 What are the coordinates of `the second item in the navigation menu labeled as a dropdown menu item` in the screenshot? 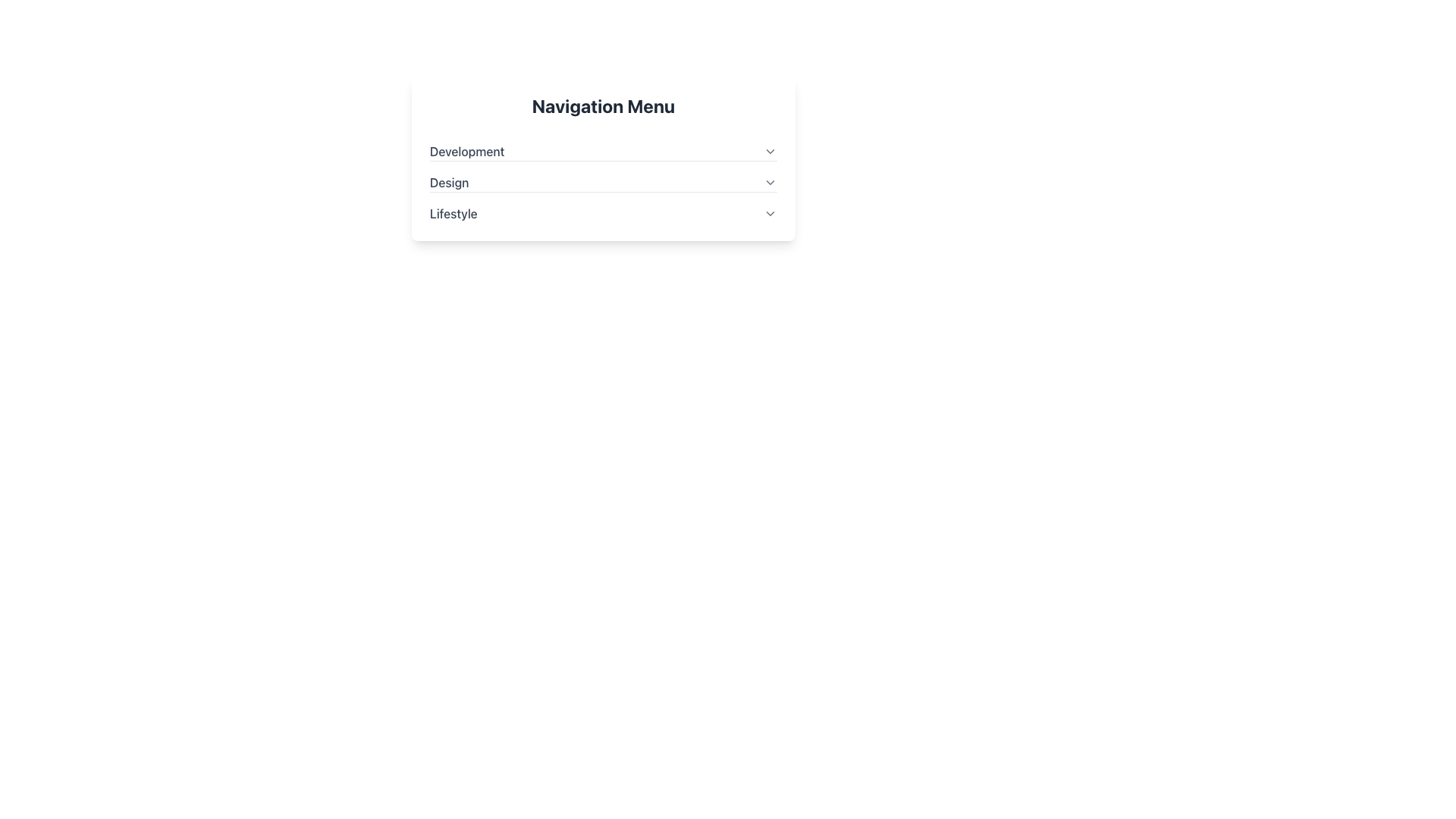 It's located at (603, 175).